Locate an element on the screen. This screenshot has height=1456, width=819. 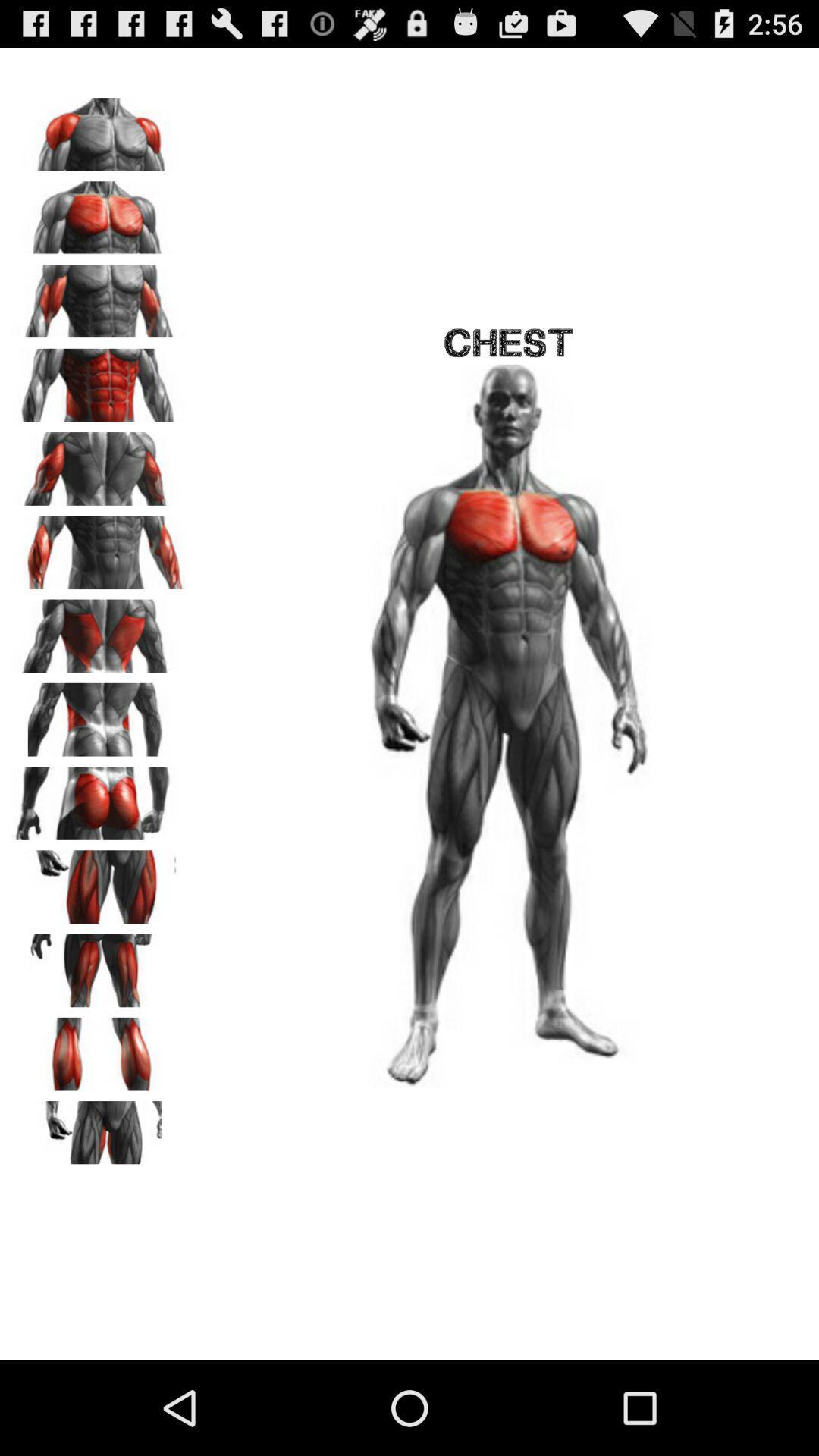
calves is located at coordinates (99, 1048).